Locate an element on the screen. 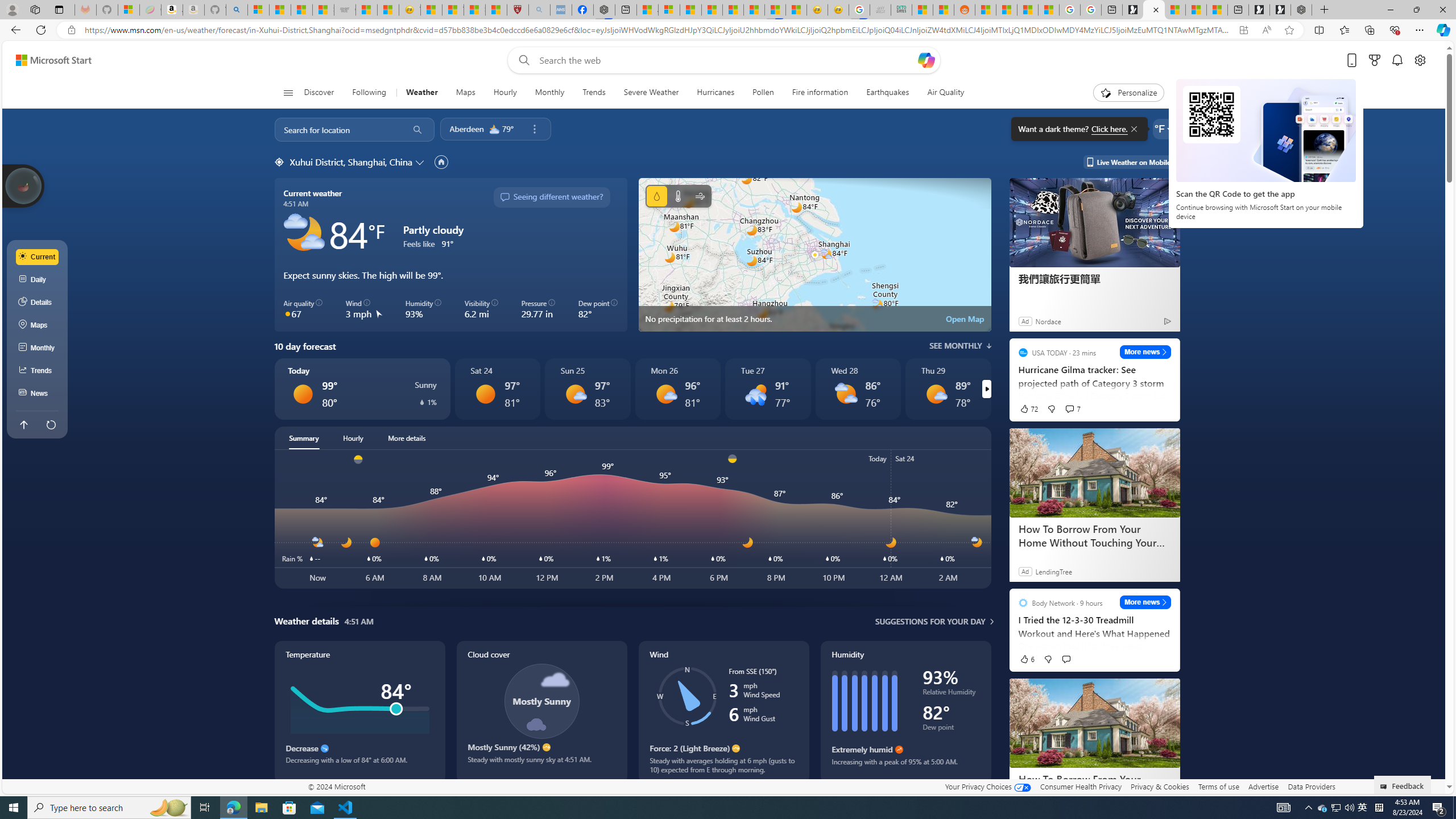  'Class: aqiColorCycle-DS-EntryPoint1-1' is located at coordinates (287, 313).